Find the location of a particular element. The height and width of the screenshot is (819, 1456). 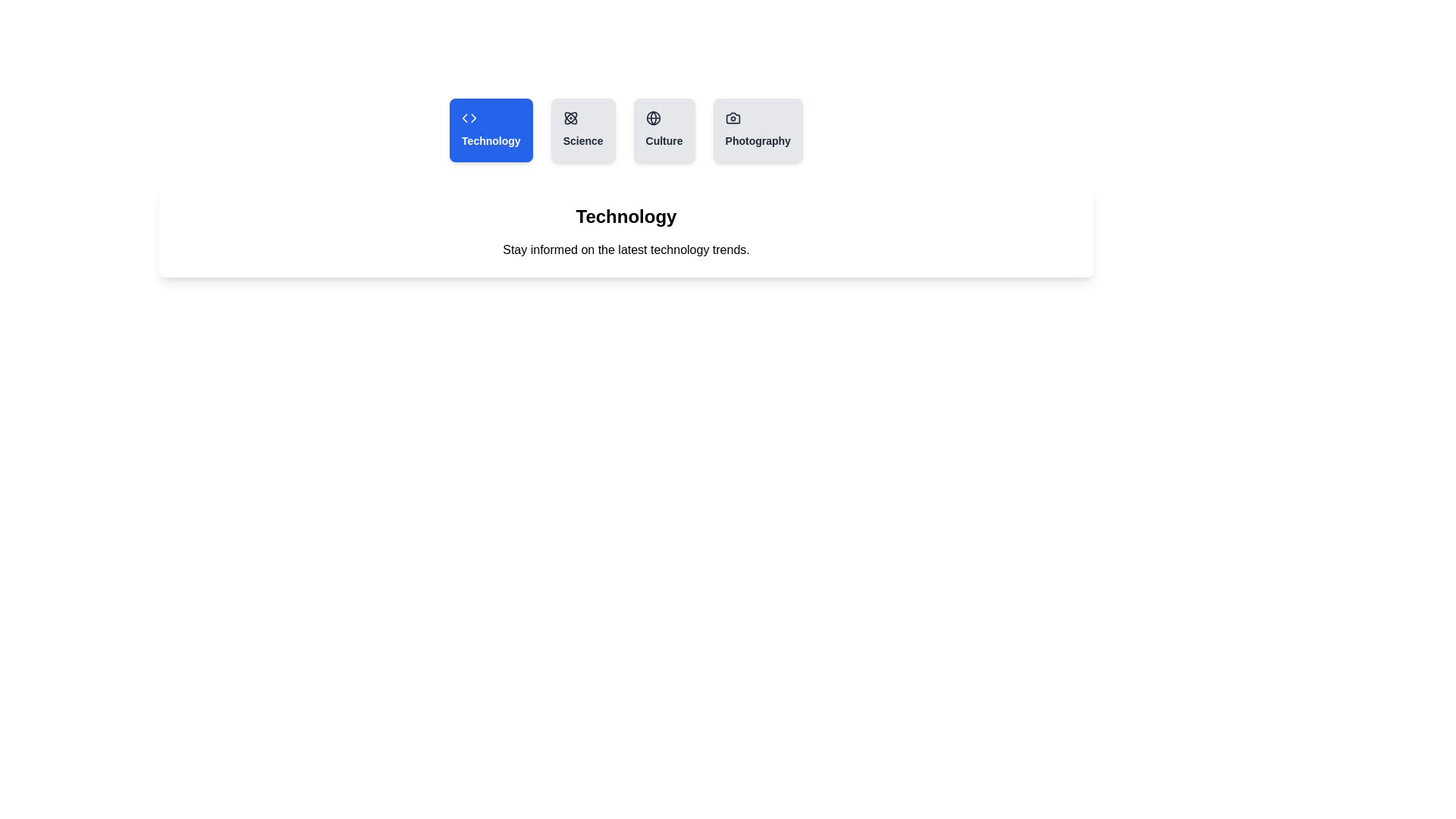

the tab labeled Technology to select it is located at coordinates (491, 130).